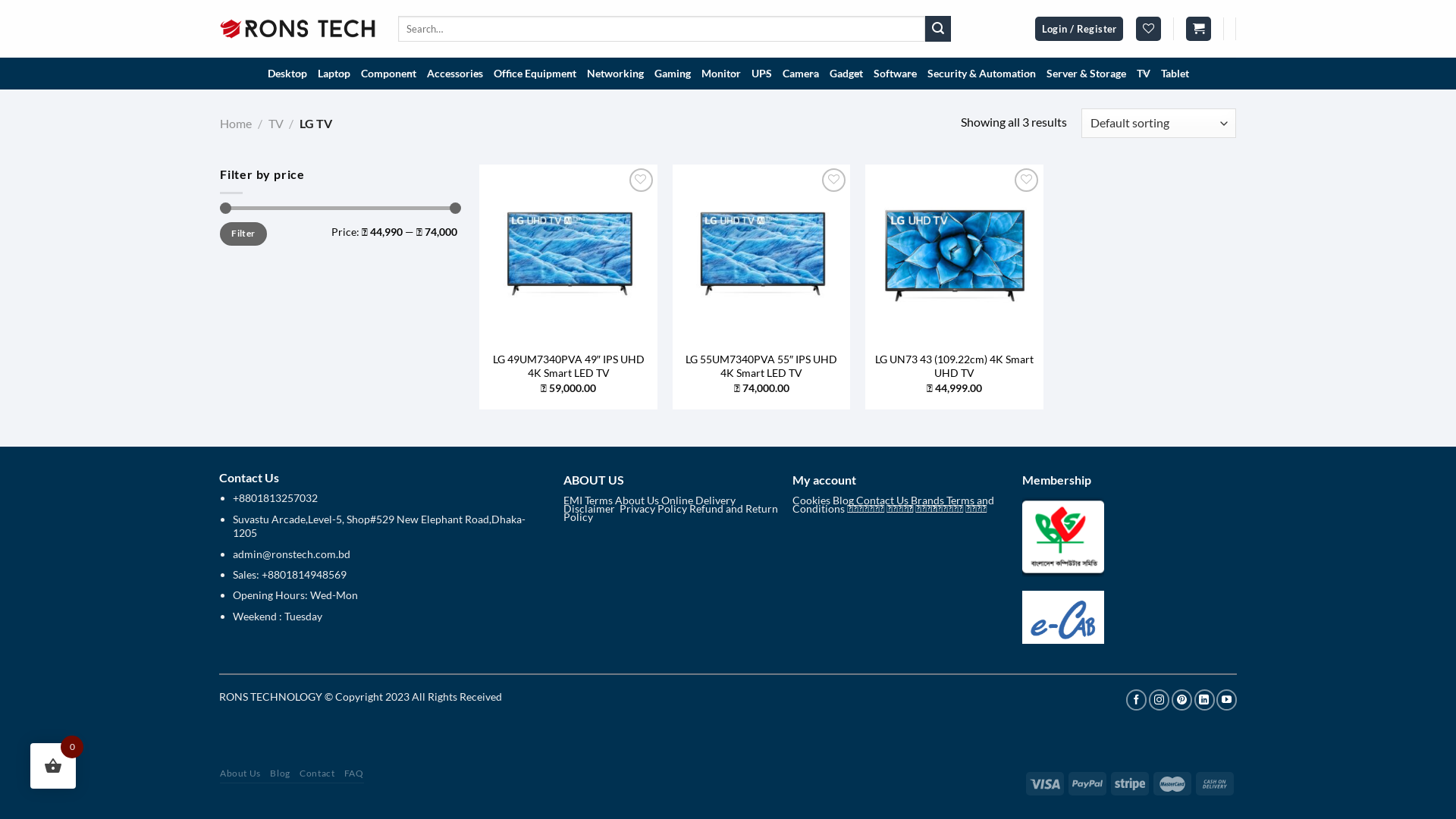 The width and height of the screenshot is (1456, 819). Describe the element at coordinates (312, 73) in the screenshot. I see `'Laptop'` at that location.